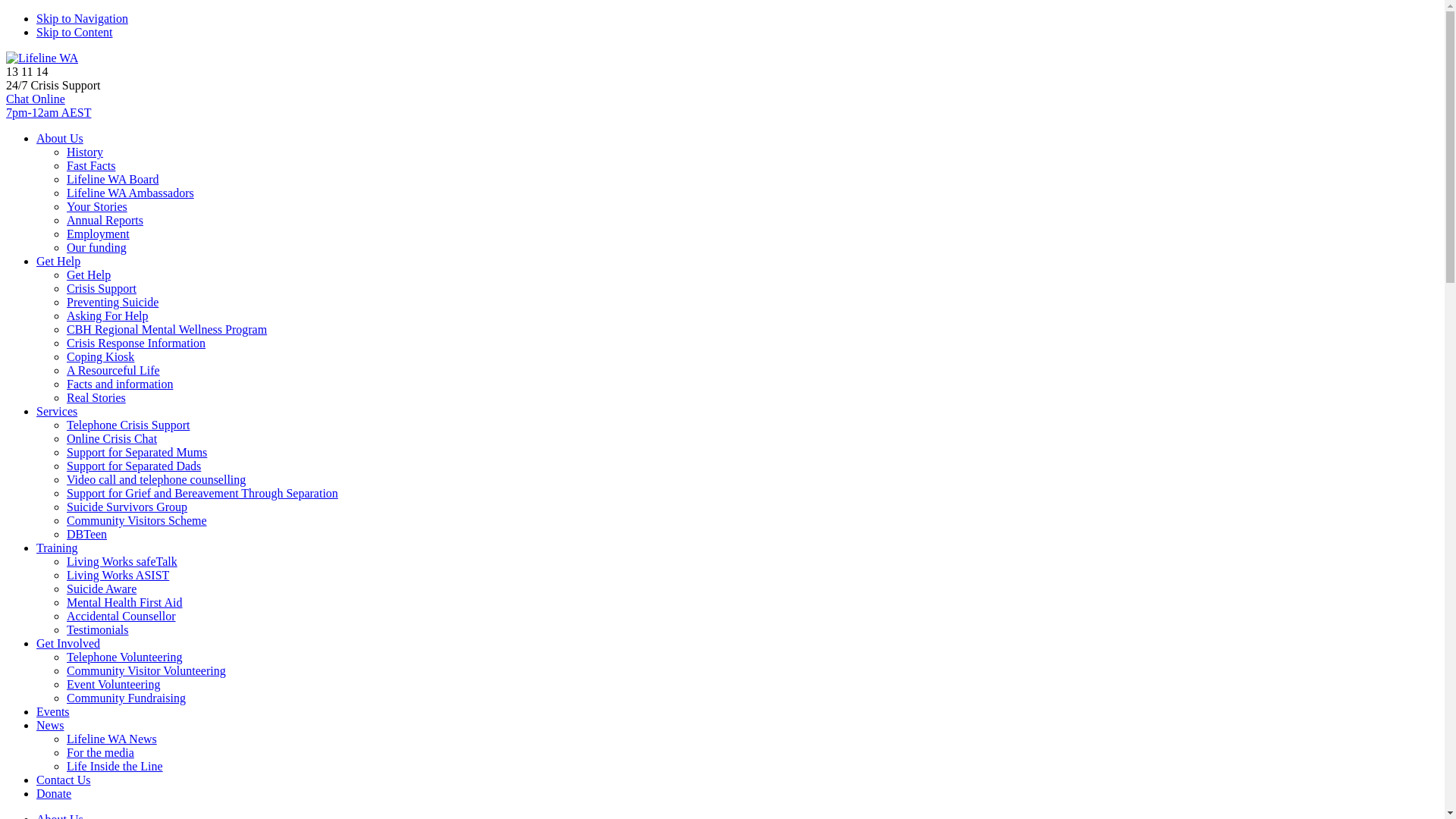 Image resolution: width=1456 pixels, height=819 pixels. I want to click on 'Event Volunteering', so click(112, 684).